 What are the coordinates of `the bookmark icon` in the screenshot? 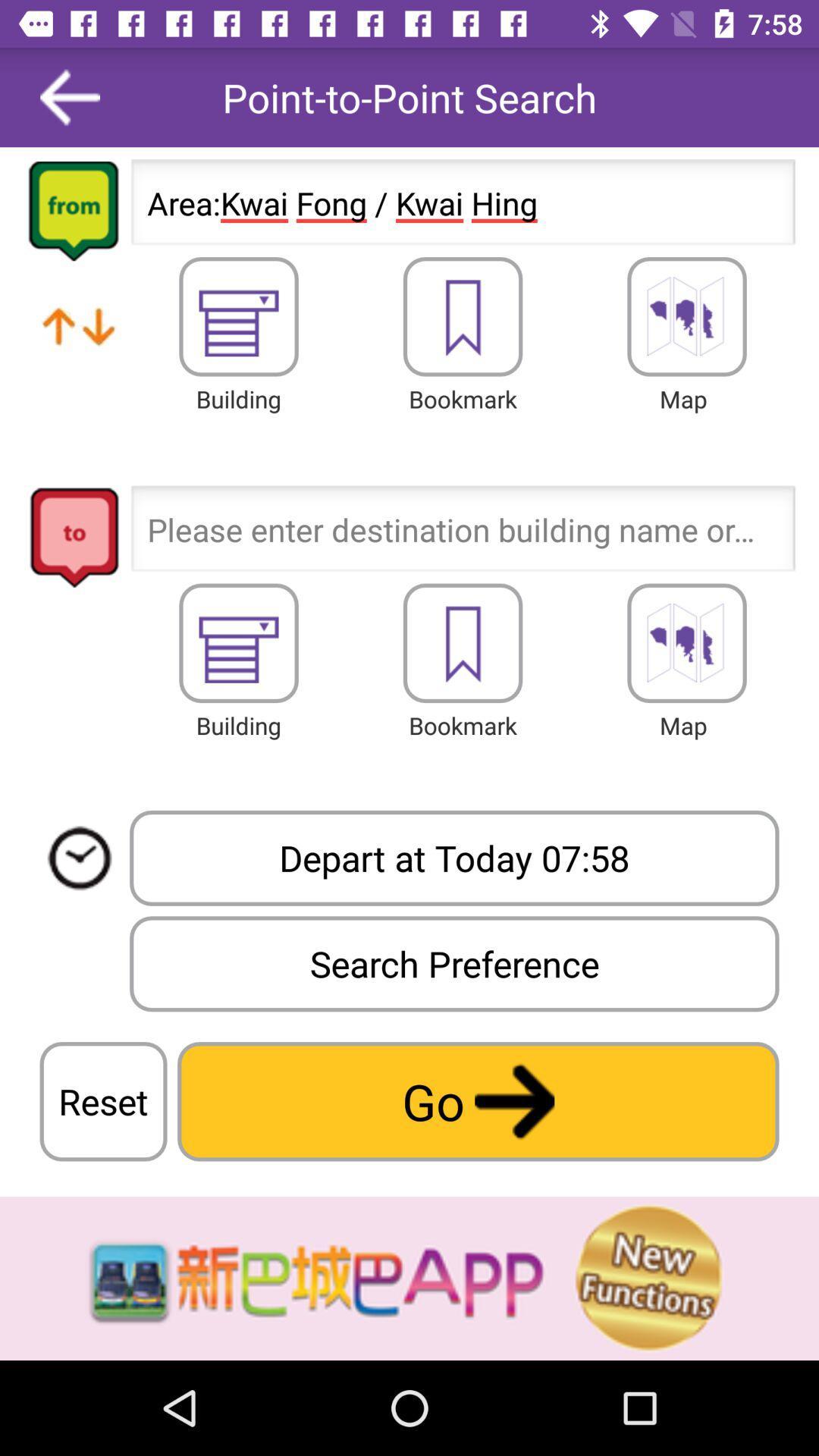 It's located at (462, 643).